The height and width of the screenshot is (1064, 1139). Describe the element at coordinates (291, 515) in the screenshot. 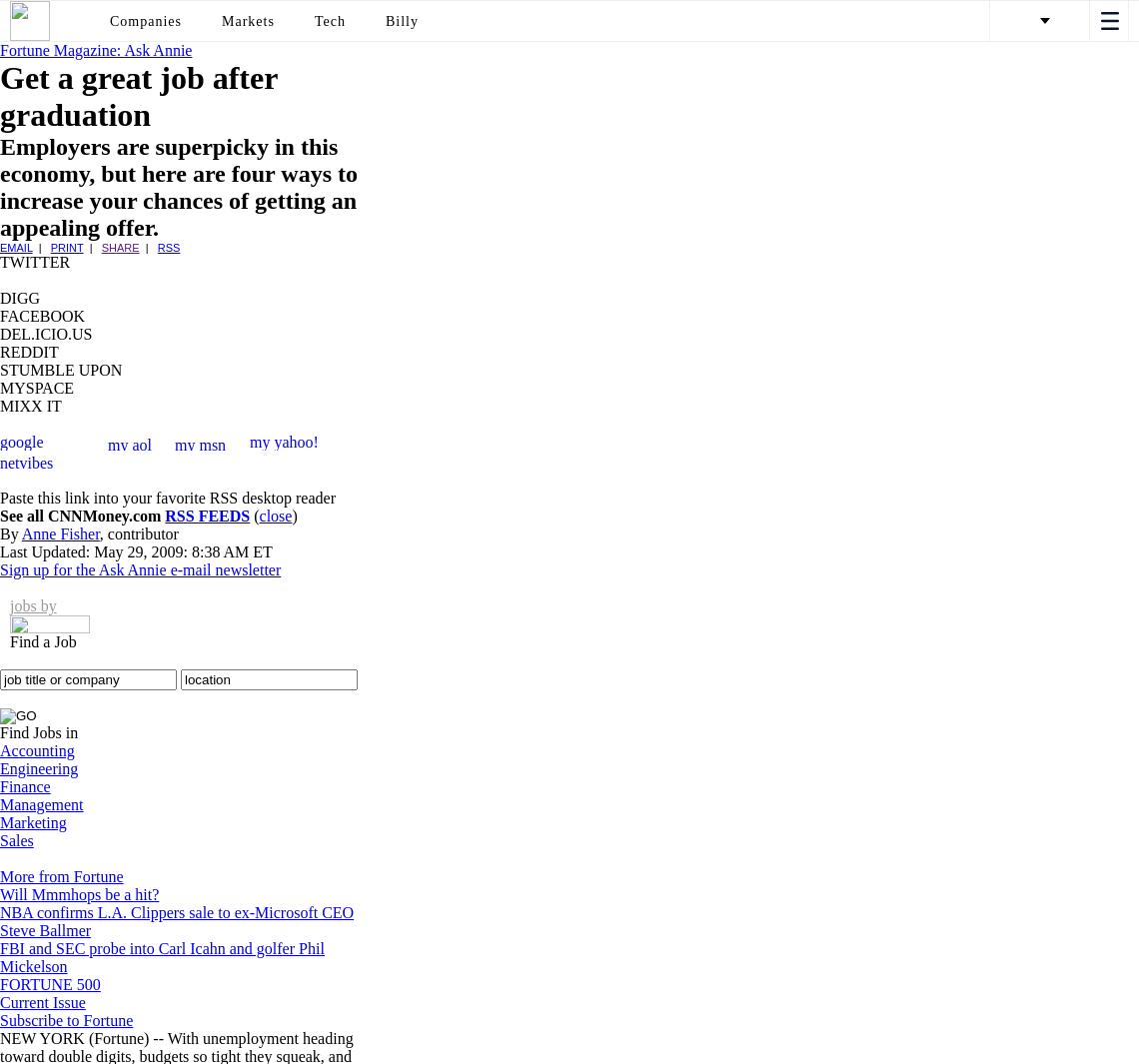

I see `')'` at that location.